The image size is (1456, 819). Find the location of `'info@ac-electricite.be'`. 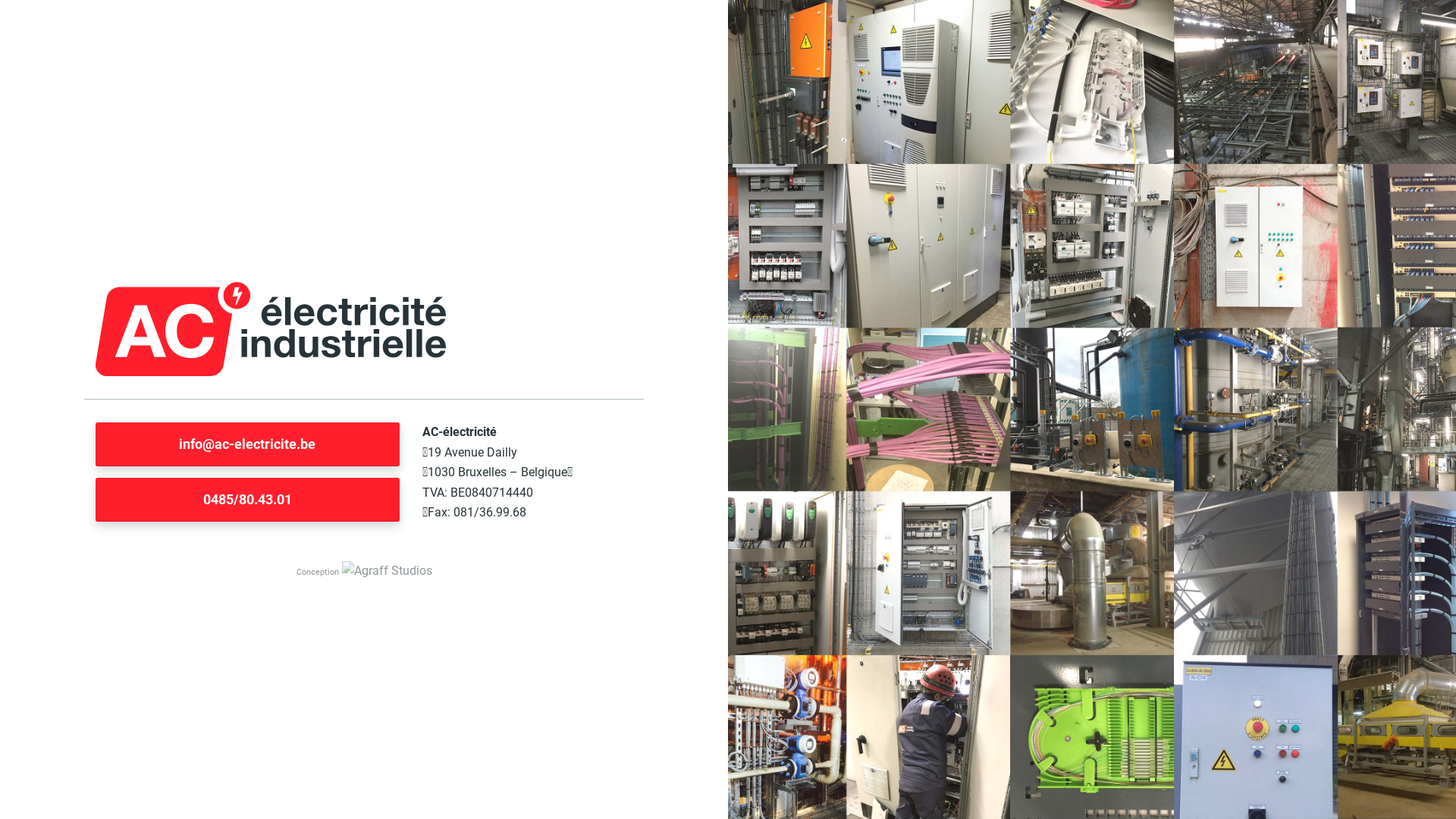

'info@ac-electricite.be' is located at coordinates (247, 444).